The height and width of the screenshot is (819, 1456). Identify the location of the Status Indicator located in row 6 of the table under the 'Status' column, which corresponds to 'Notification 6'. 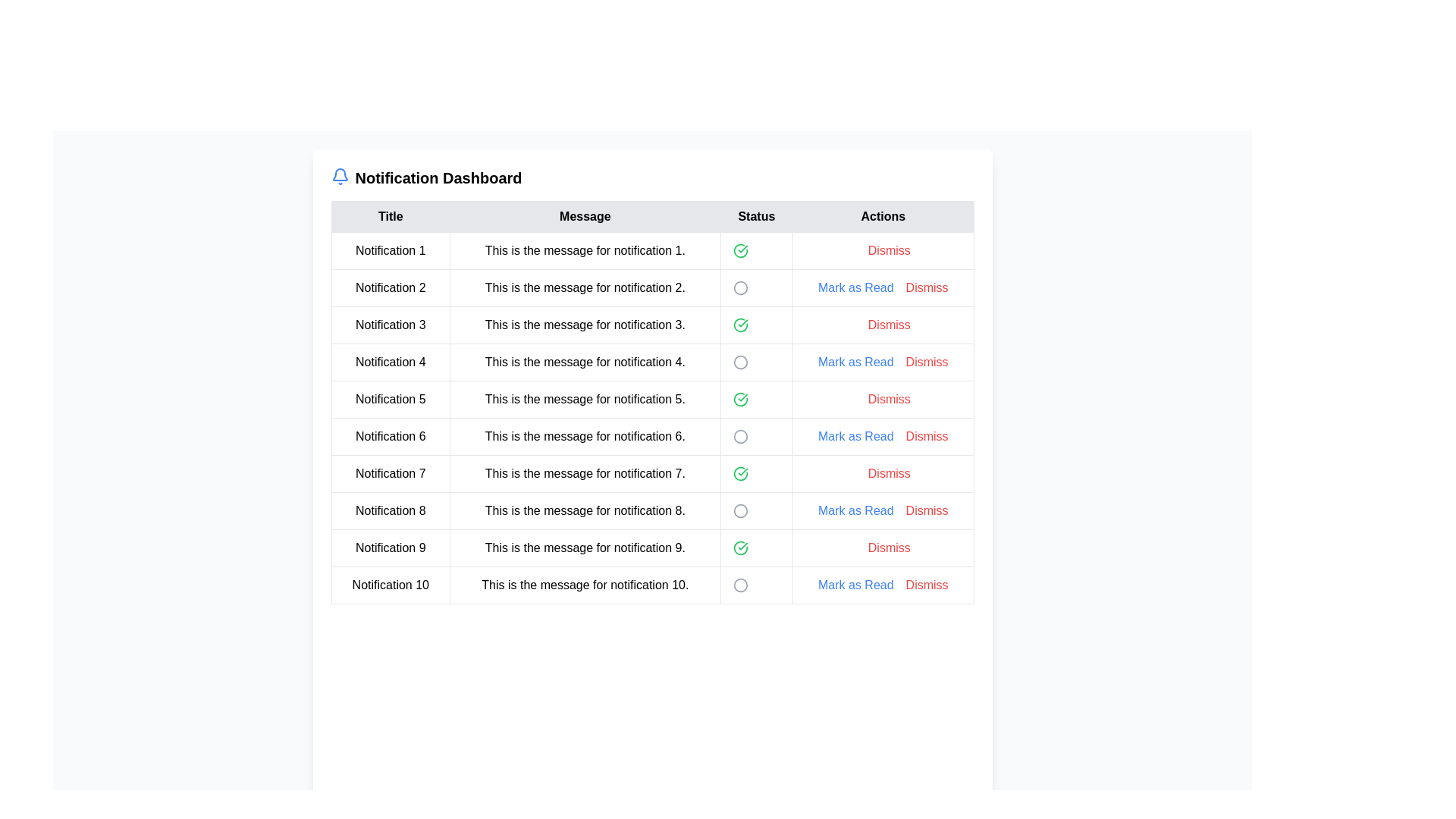
(740, 436).